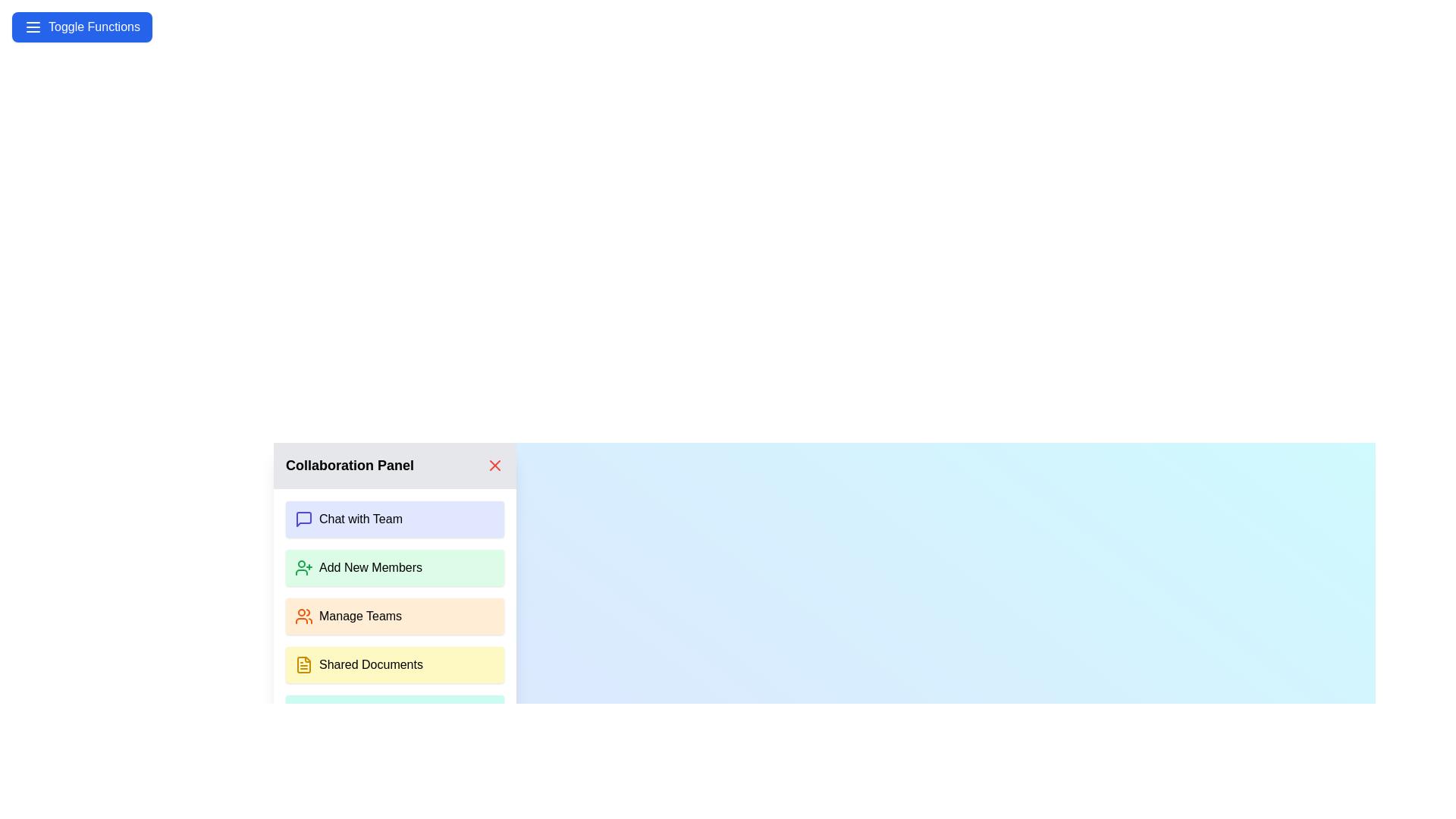  I want to click on the orange group of people icon located within the 'Manage Teams' menu item, so click(303, 617).